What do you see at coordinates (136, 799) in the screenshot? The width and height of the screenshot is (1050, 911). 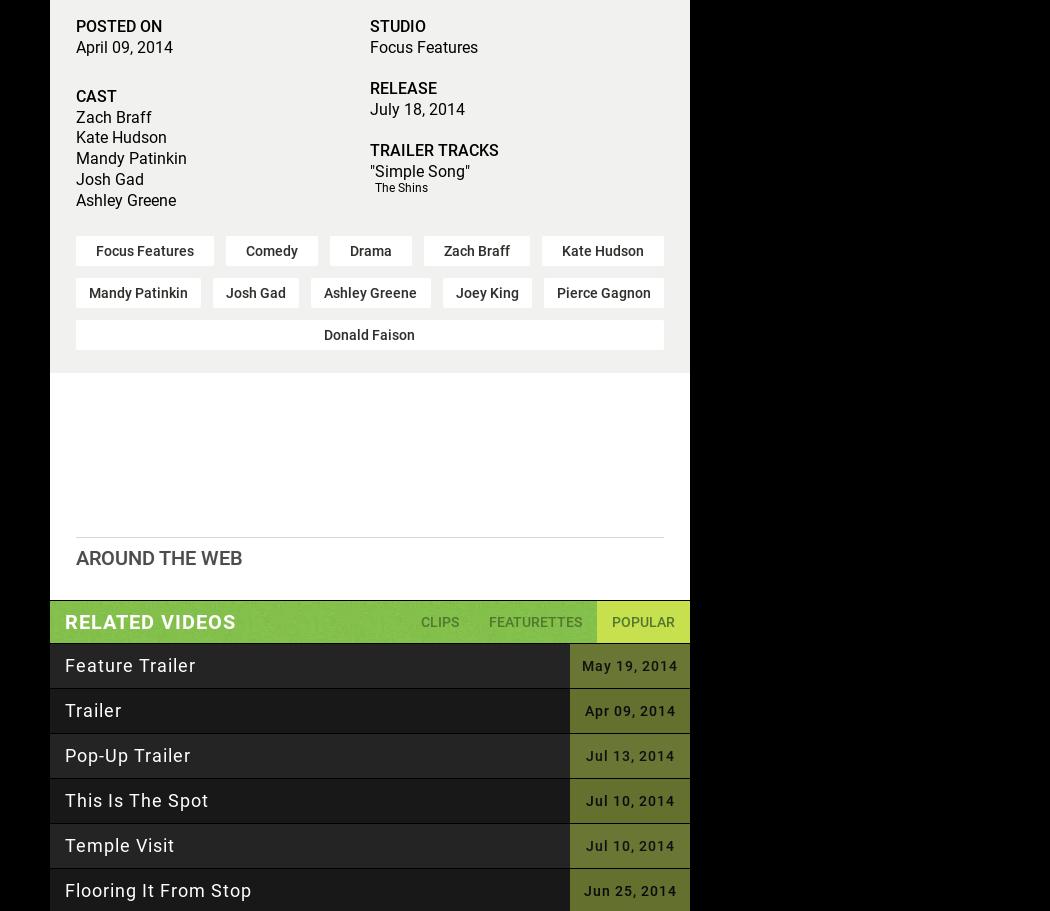 I see `'This is the Spot'` at bounding box center [136, 799].